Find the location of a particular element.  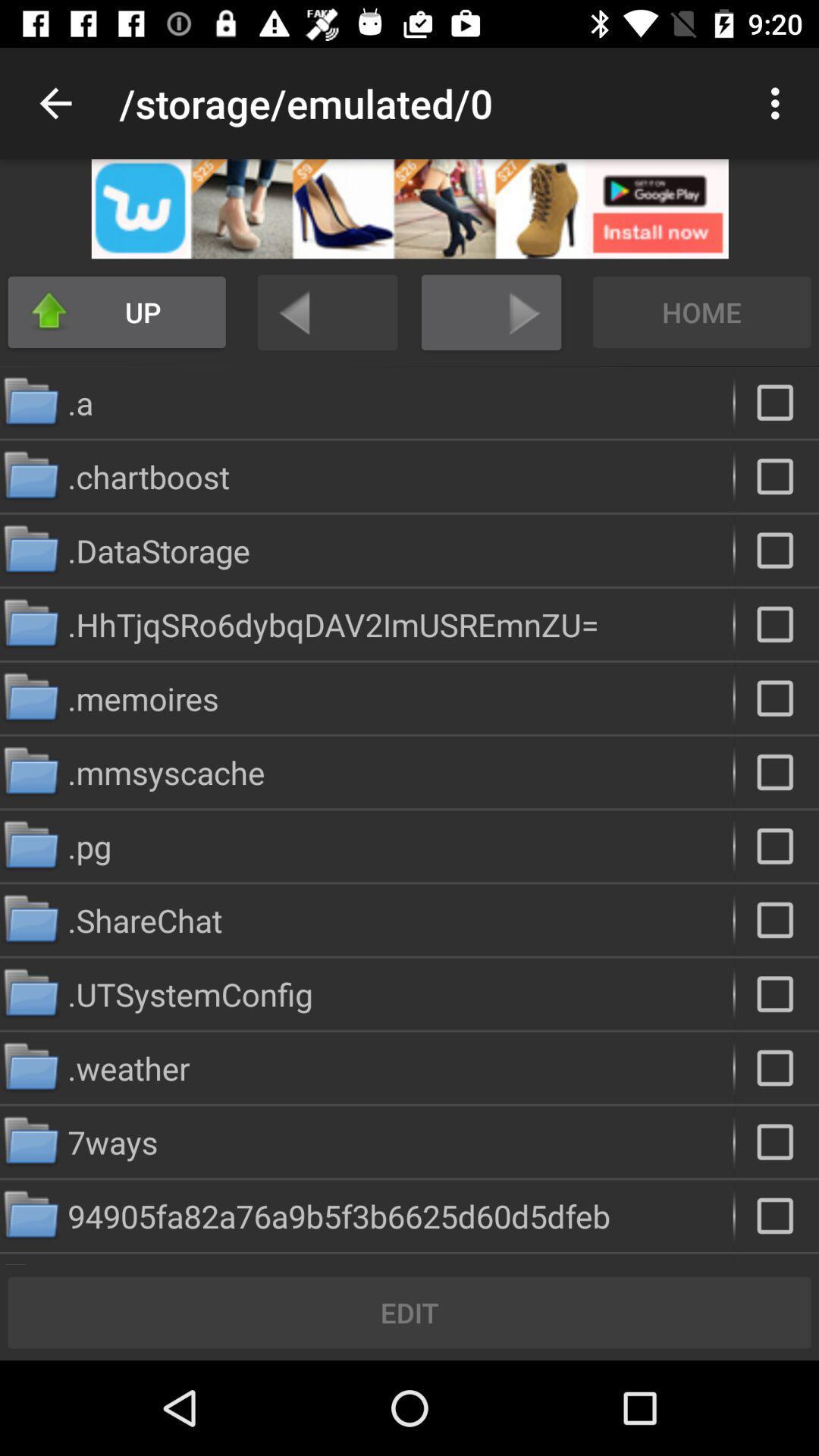

check mark a file is located at coordinates (777, 403).